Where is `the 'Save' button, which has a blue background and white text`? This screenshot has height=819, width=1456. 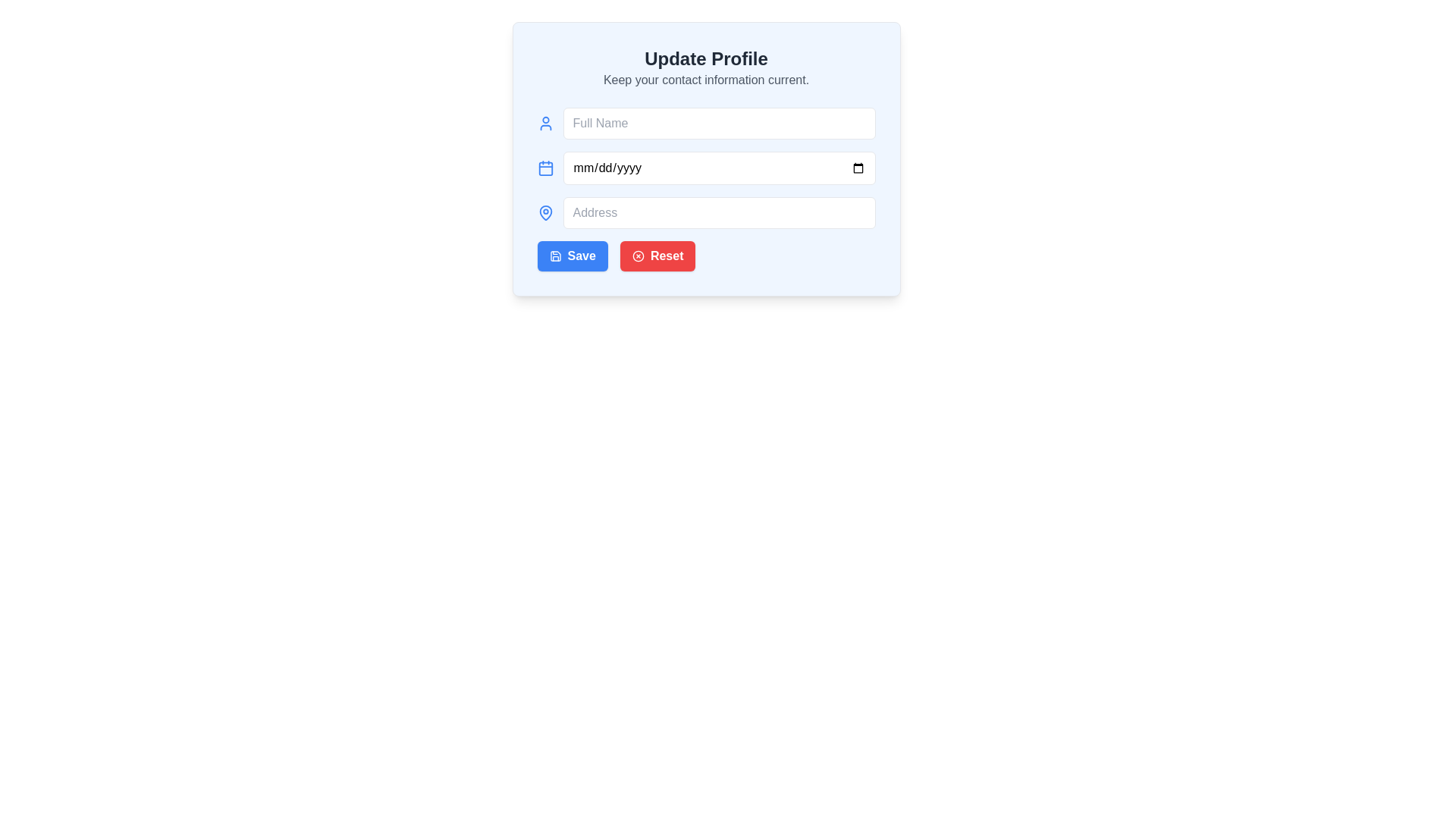
the 'Save' button, which has a blue background and white text is located at coordinates (572, 256).